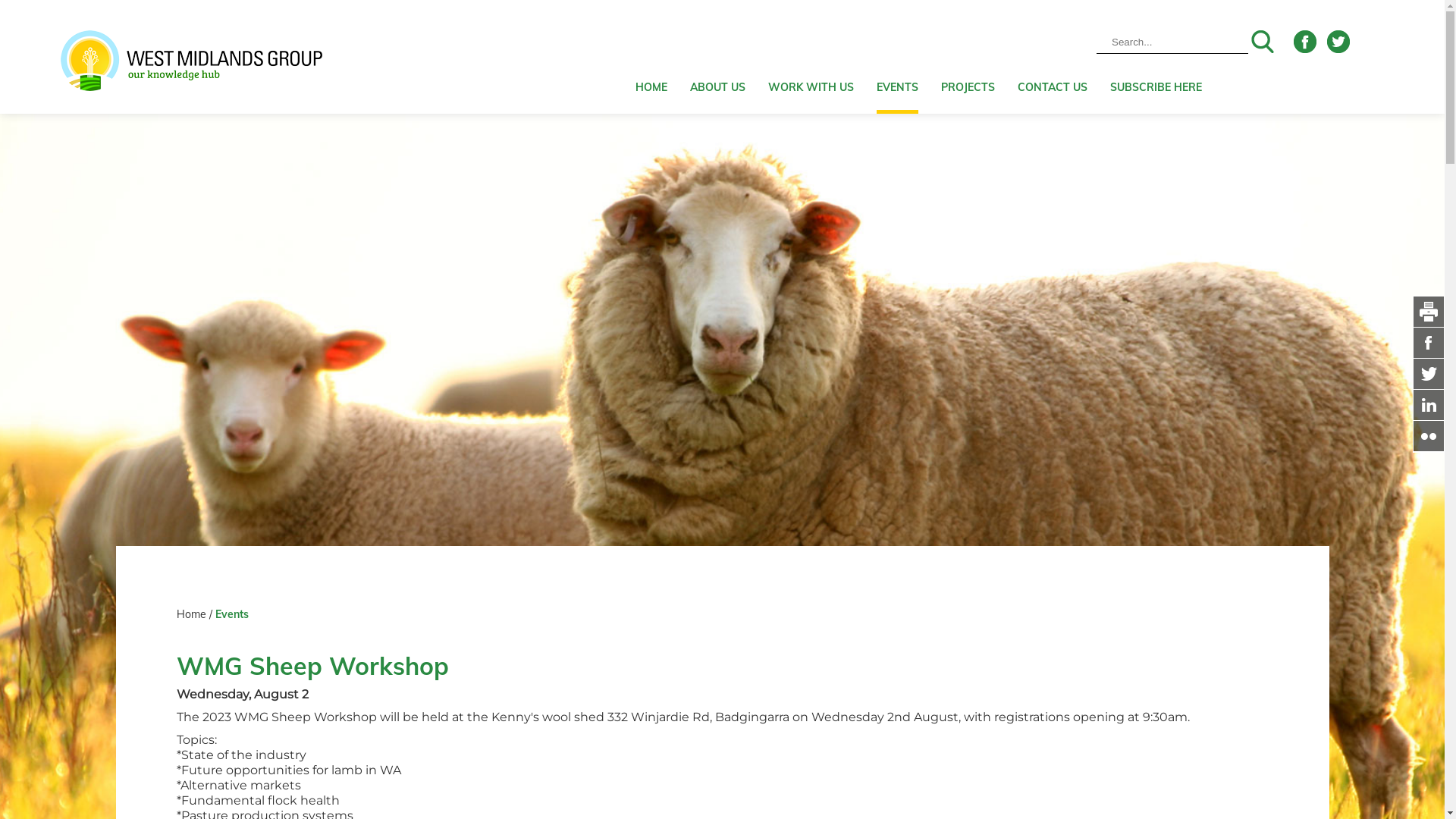  Describe the element at coordinates (897, 55) in the screenshot. I see `'EVENTS'` at that location.